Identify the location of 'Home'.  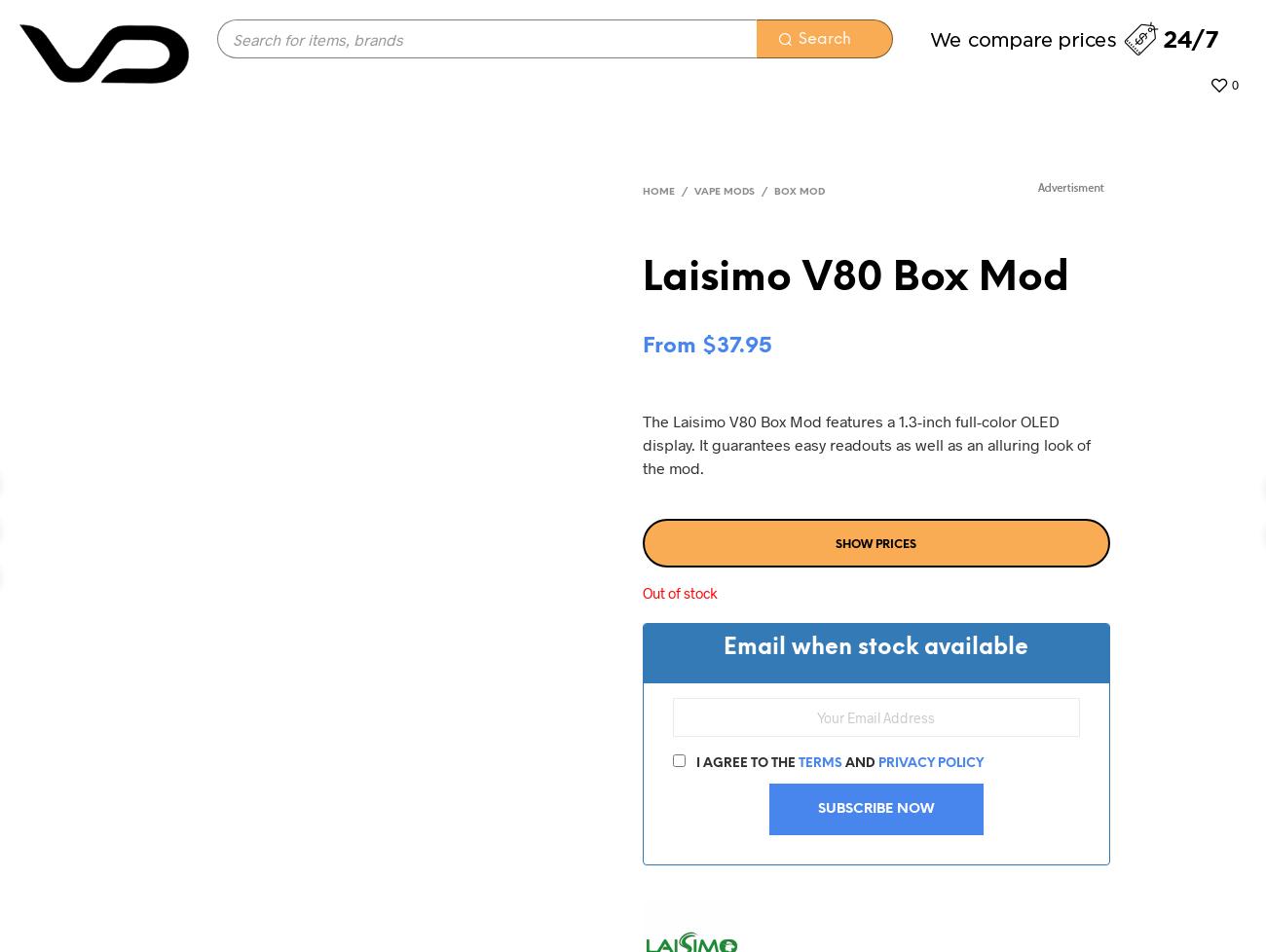
(657, 192).